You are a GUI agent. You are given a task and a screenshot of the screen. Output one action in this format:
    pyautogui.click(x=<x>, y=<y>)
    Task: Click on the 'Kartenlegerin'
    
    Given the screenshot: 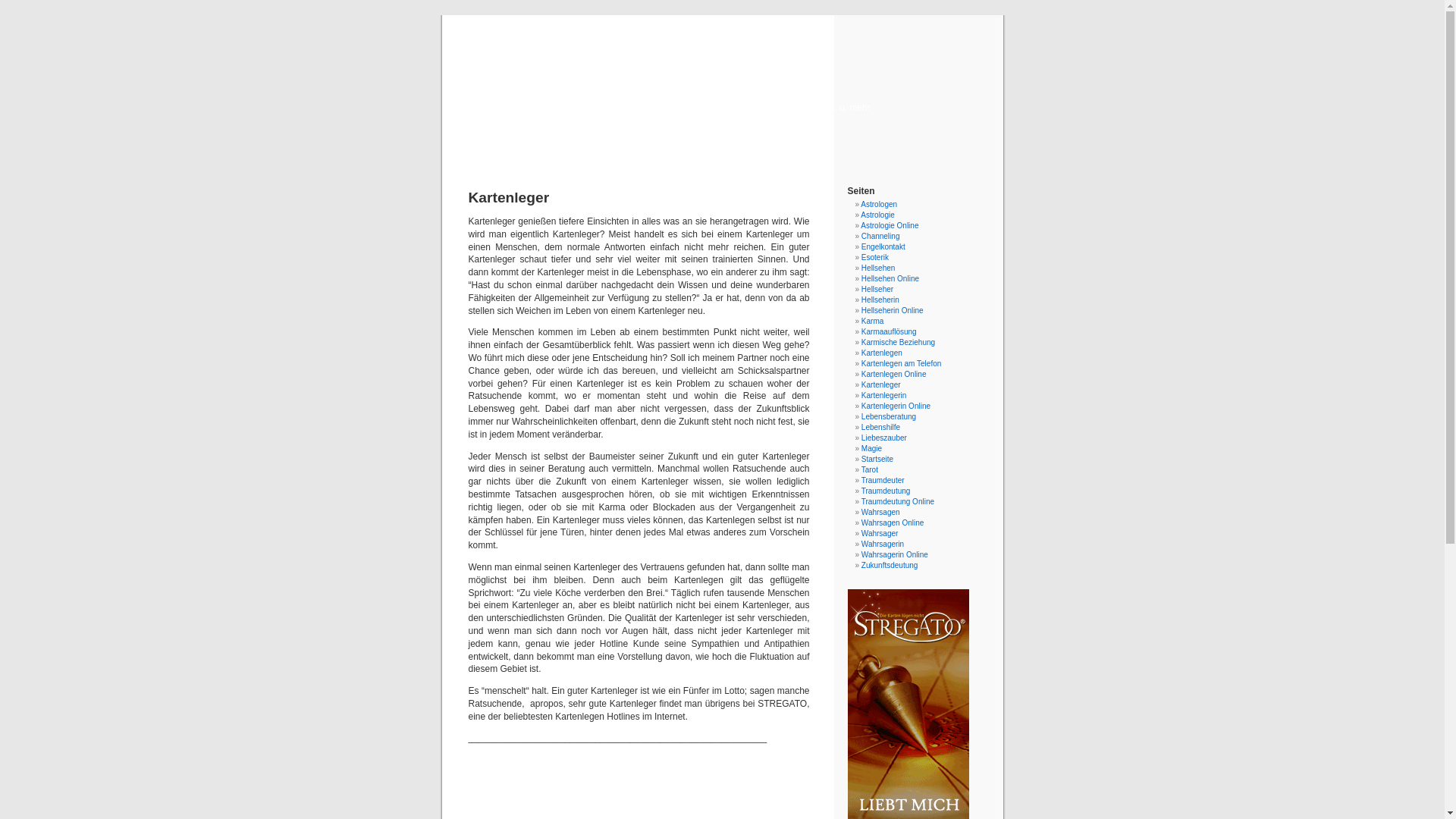 What is the action you would take?
    pyautogui.click(x=883, y=394)
    